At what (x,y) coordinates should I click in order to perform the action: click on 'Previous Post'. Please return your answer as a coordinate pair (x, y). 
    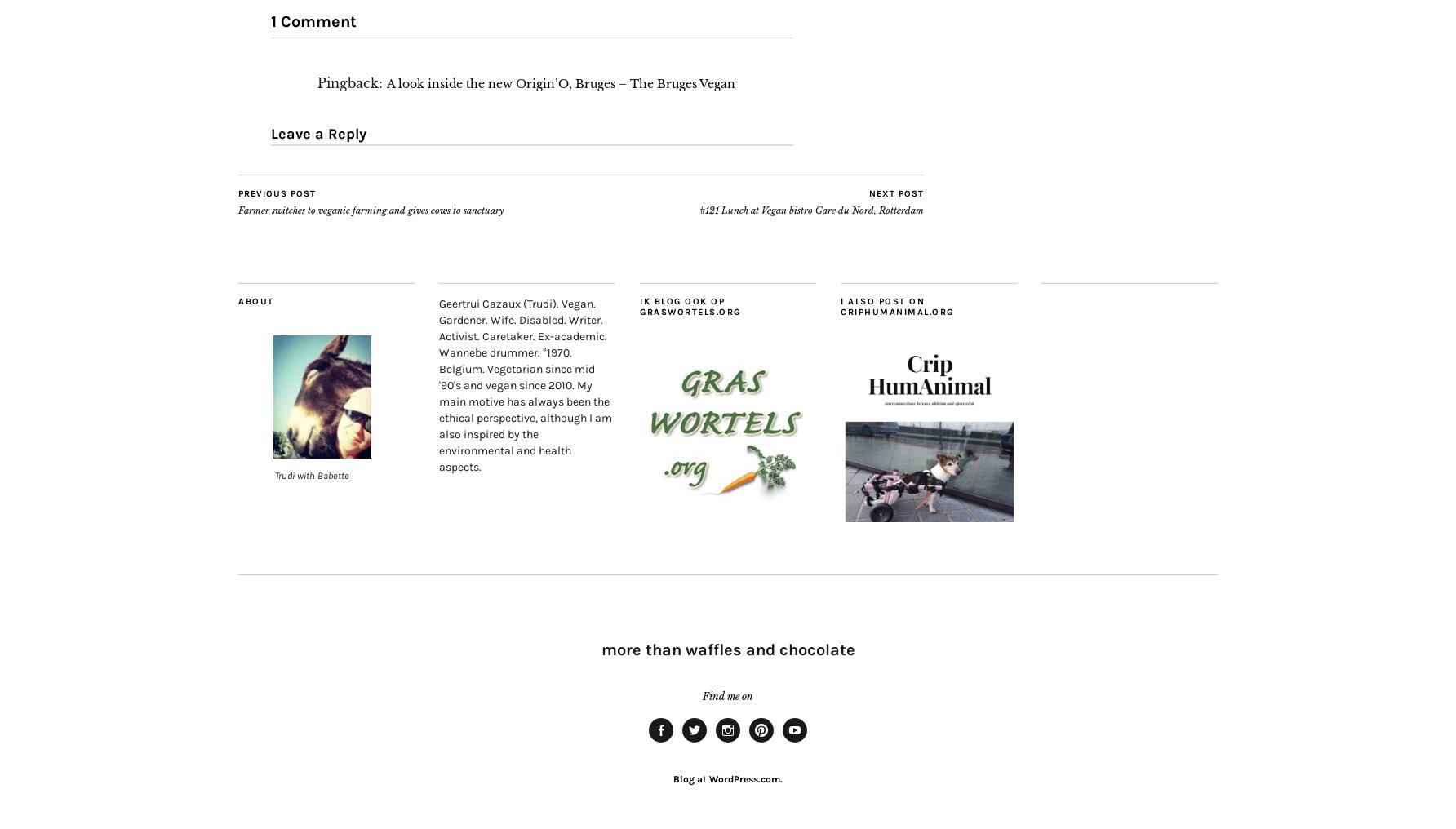
    Looking at the image, I should click on (276, 193).